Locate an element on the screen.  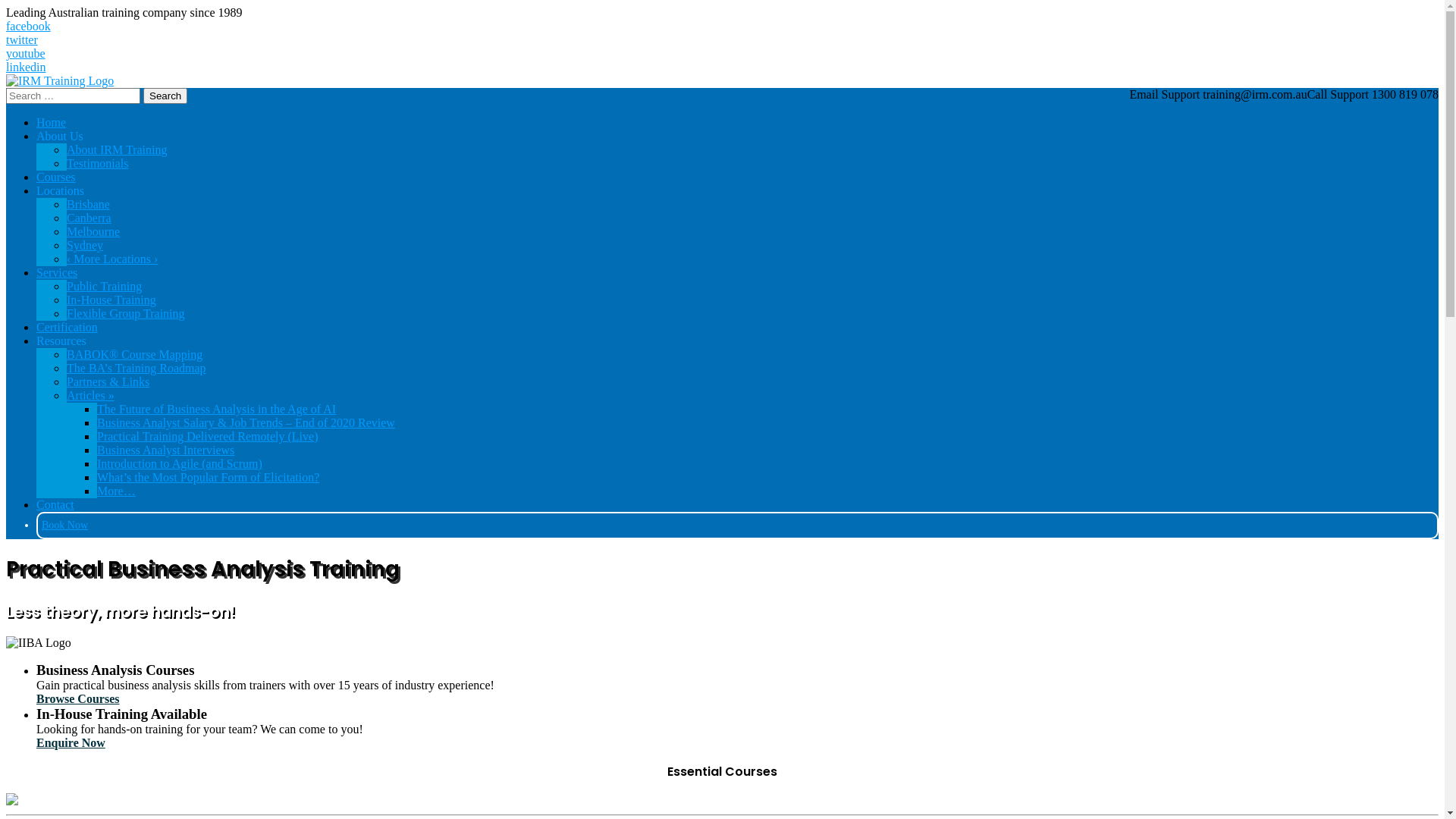
'Browse Courses' is located at coordinates (36, 698).